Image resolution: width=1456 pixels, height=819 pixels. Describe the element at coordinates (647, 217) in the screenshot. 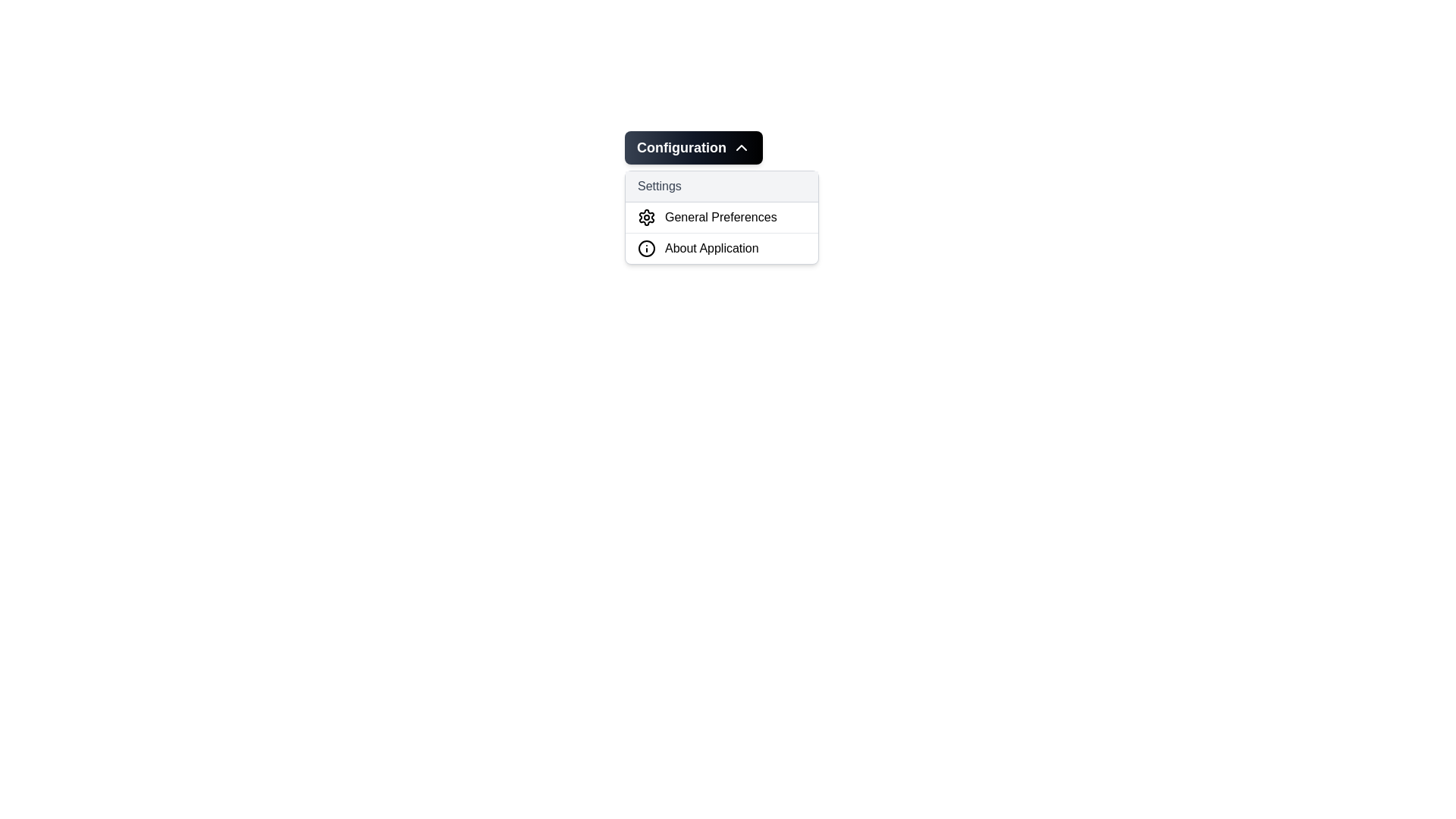

I see `the cogwheel icon located in the dropdown menu under the 'Configuration' button` at that location.